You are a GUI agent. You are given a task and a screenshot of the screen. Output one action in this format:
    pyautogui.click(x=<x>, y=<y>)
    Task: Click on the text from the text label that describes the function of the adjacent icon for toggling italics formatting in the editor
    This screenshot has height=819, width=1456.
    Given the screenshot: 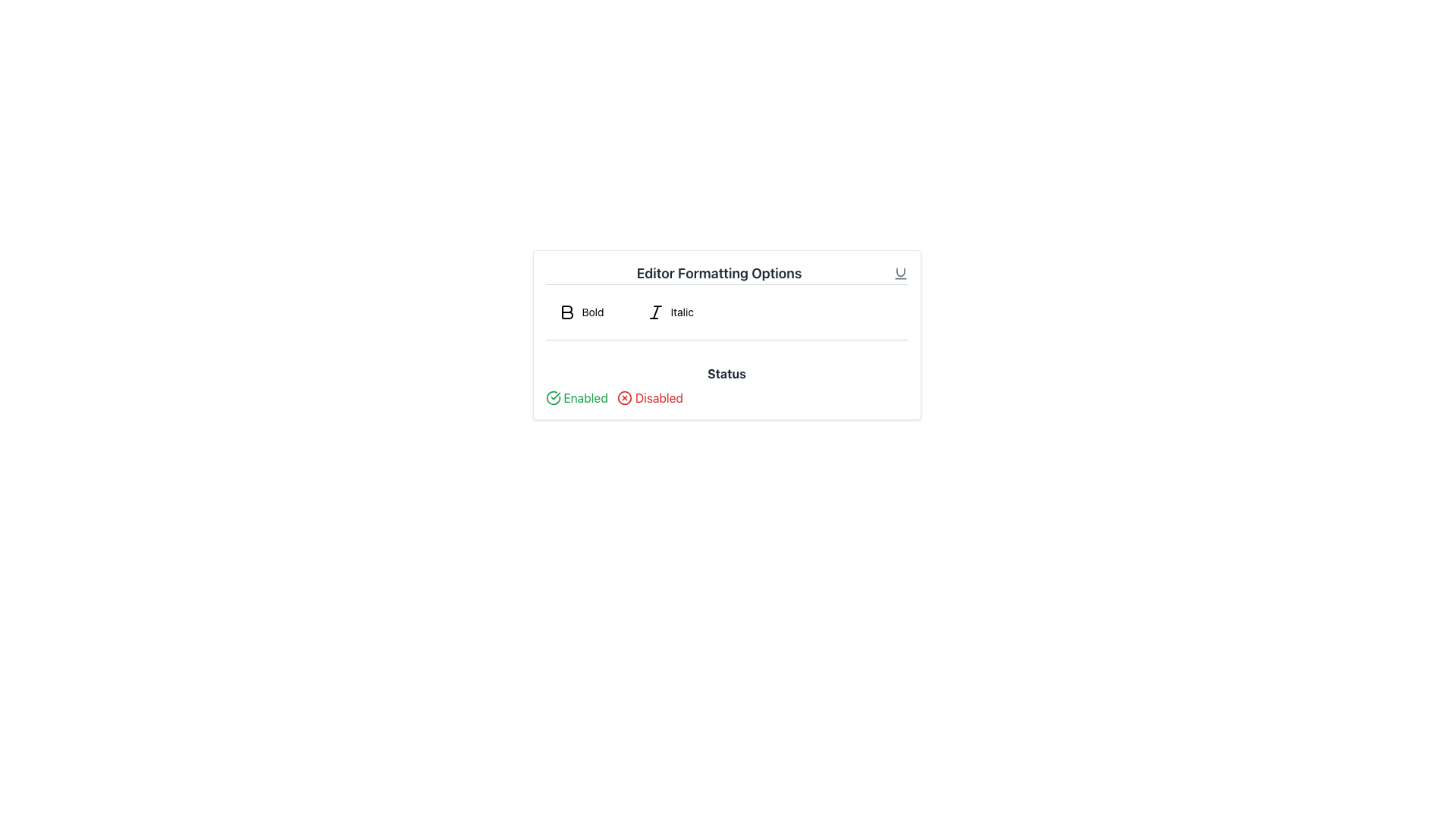 What is the action you would take?
    pyautogui.click(x=681, y=312)
    